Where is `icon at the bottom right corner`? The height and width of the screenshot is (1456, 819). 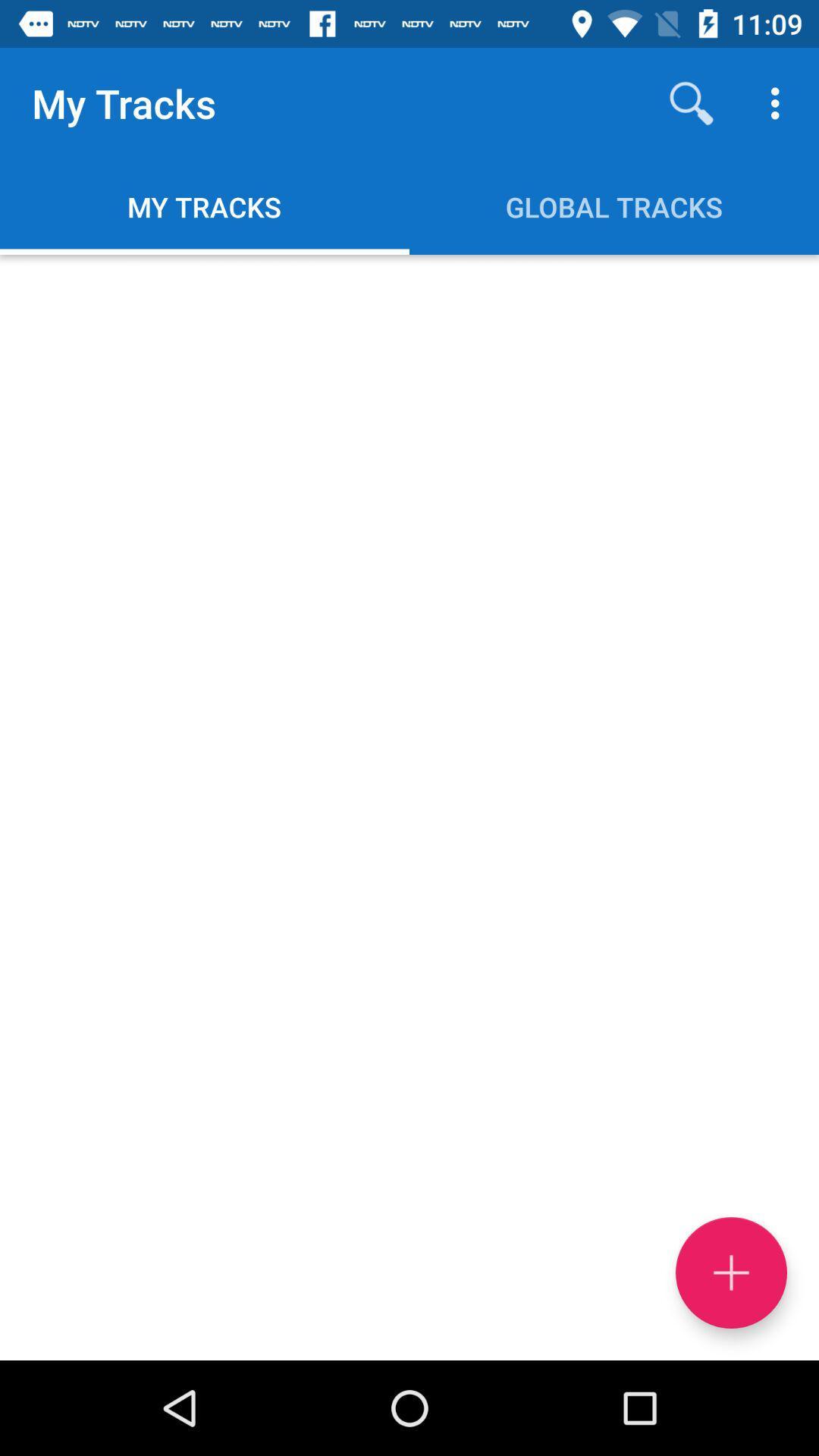
icon at the bottom right corner is located at coordinates (730, 1272).